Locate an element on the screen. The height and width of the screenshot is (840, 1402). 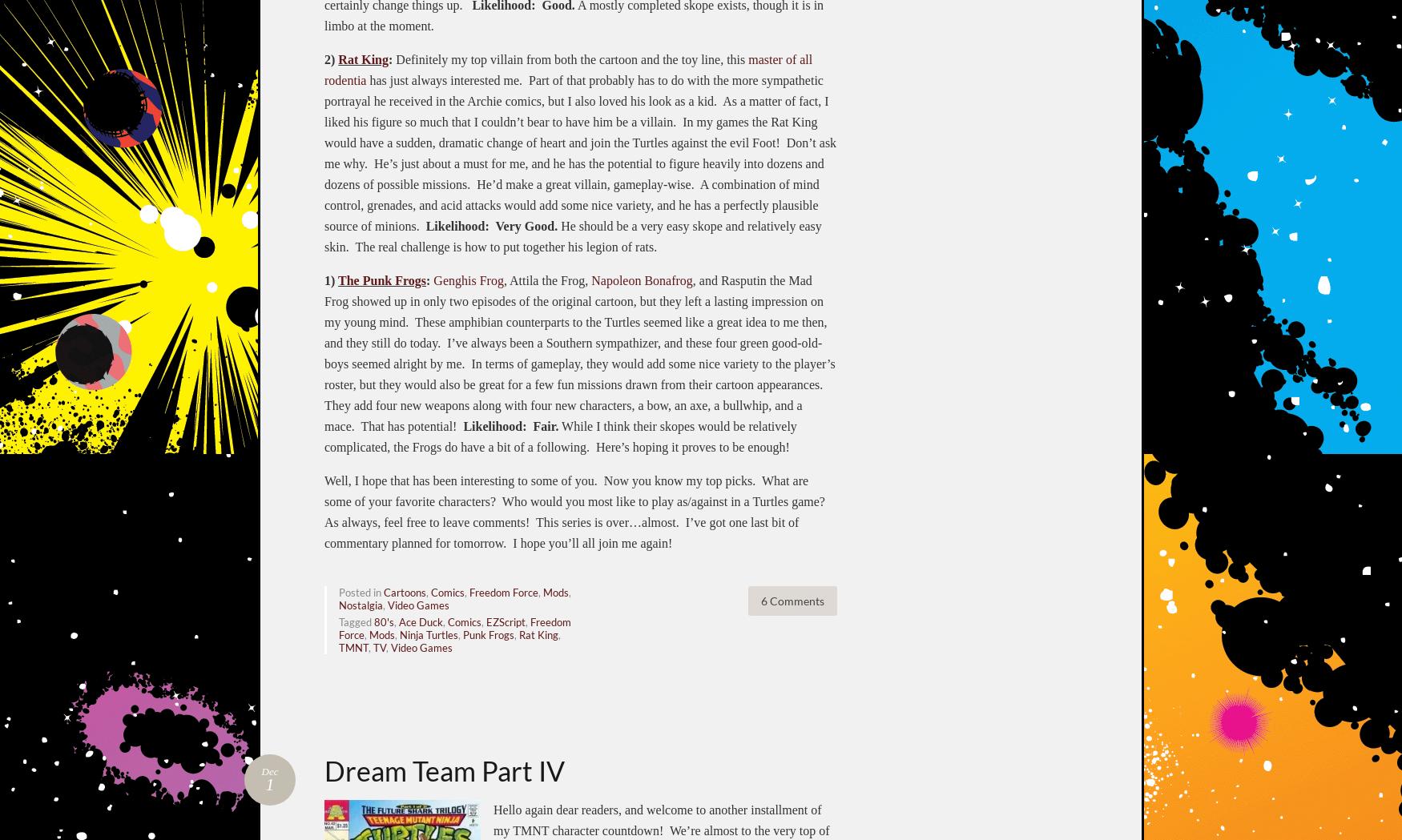
'Punk Frogs' is located at coordinates (489, 633).